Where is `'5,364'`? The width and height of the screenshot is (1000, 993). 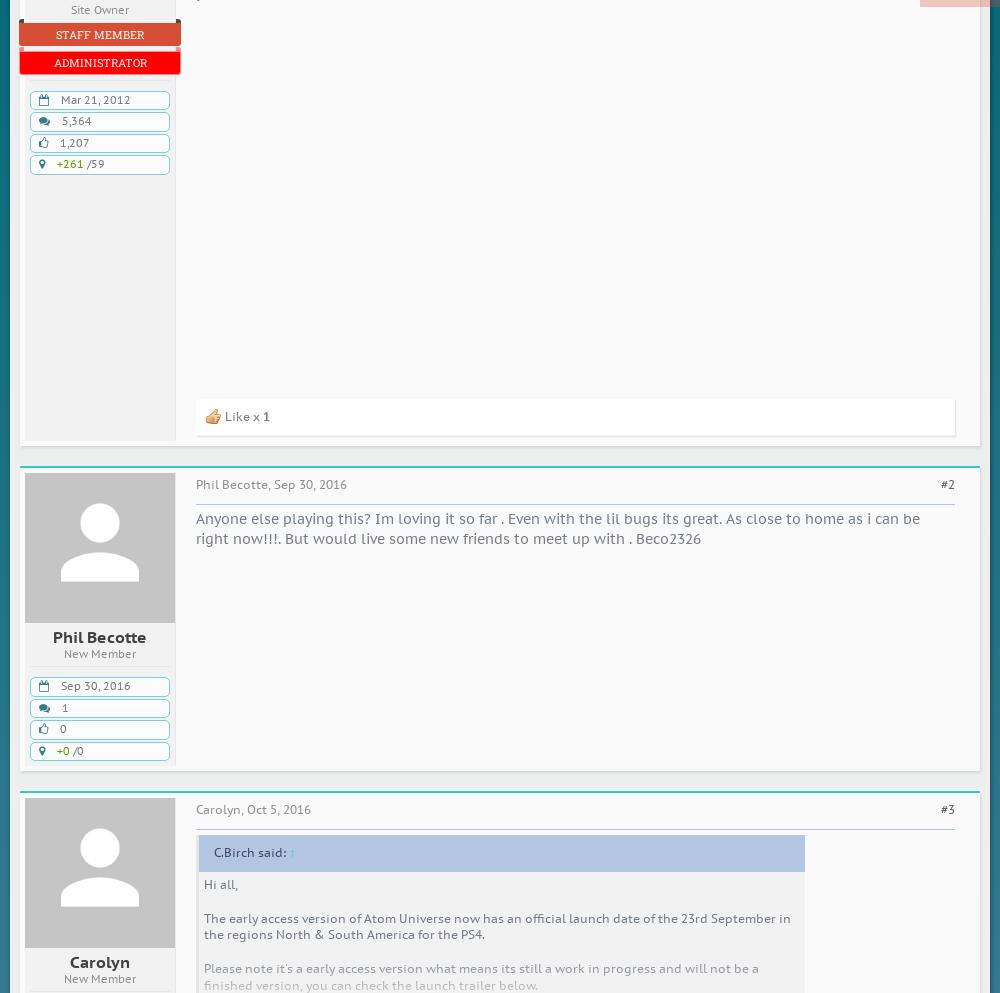
'5,364' is located at coordinates (76, 121).